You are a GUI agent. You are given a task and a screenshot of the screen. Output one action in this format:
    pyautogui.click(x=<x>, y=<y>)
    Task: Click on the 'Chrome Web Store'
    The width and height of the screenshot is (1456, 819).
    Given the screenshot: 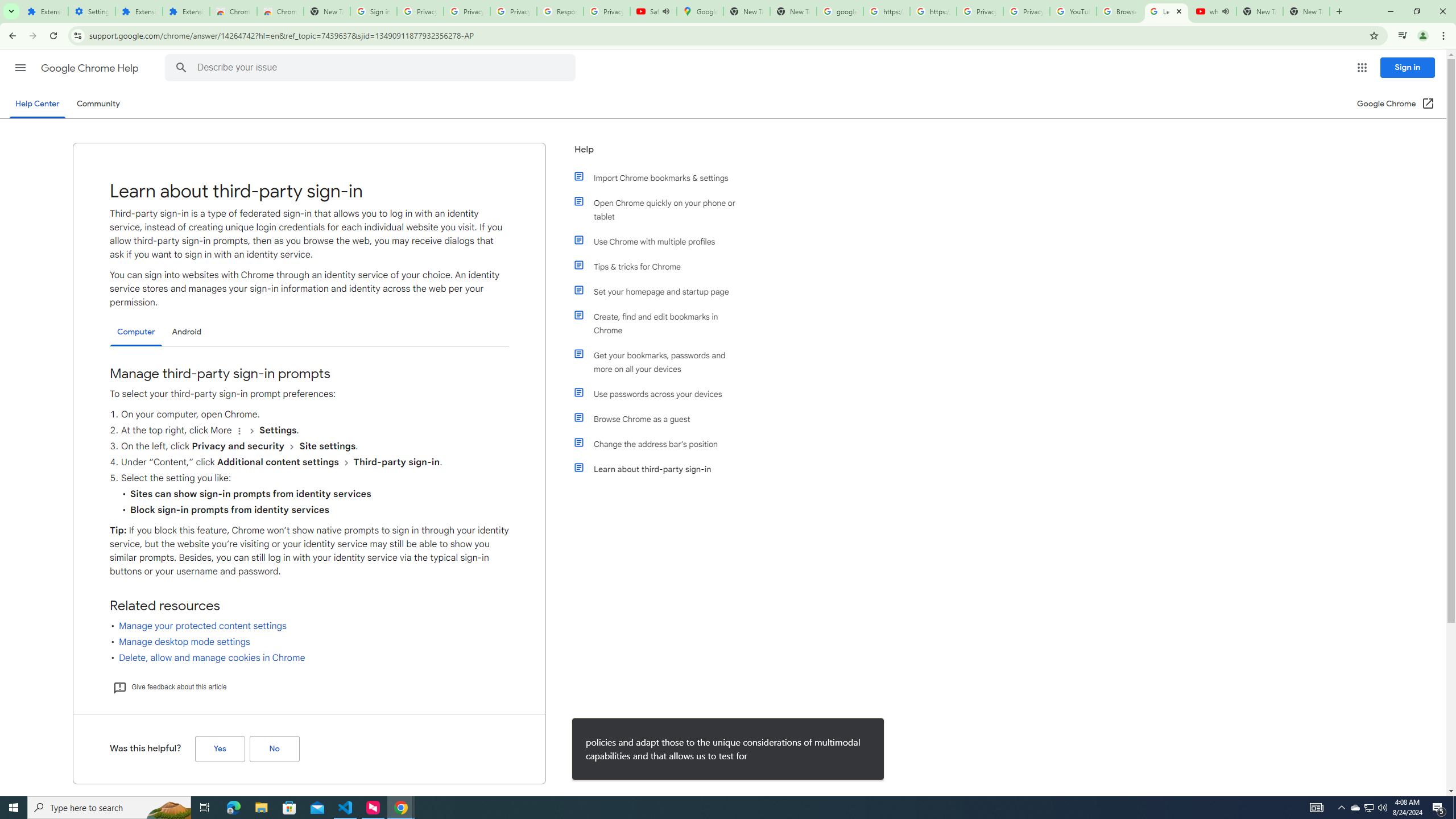 What is the action you would take?
    pyautogui.click(x=233, y=11)
    